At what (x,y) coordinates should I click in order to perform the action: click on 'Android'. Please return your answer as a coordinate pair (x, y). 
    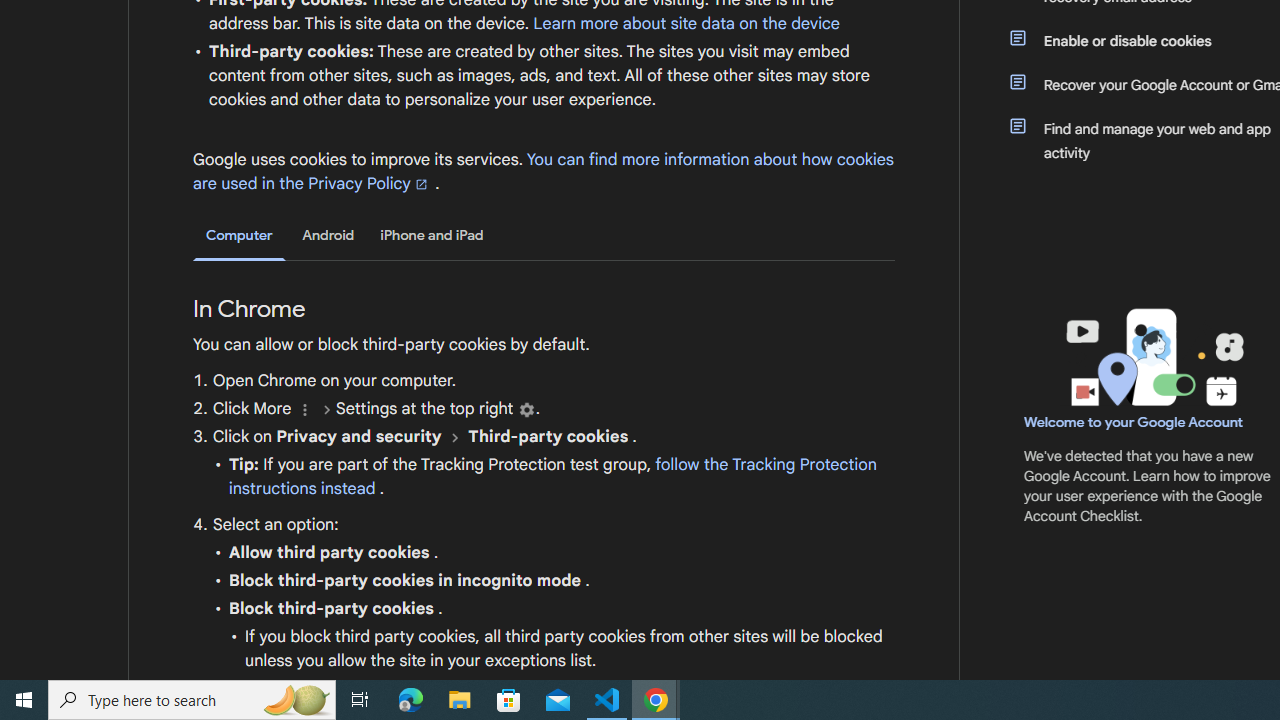
    Looking at the image, I should click on (328, 234).